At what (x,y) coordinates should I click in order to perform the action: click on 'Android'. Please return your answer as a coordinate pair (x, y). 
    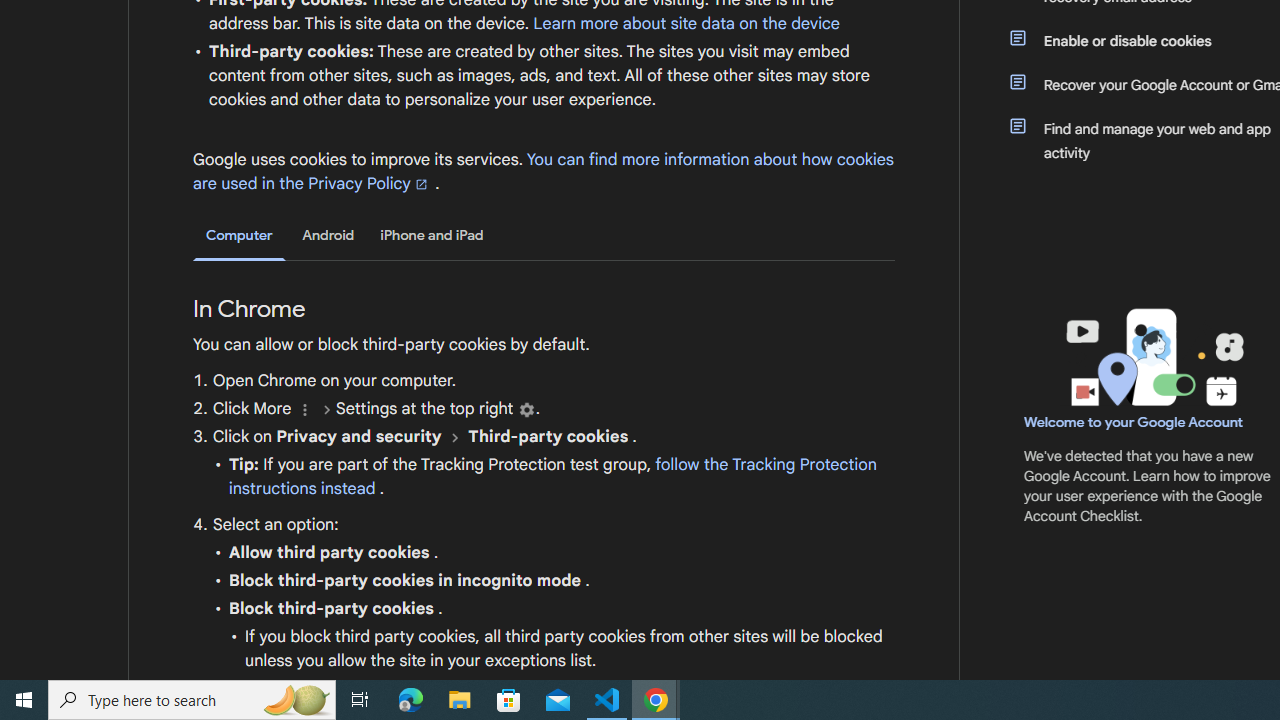
    Looking at the image, I should click on (328, 234).